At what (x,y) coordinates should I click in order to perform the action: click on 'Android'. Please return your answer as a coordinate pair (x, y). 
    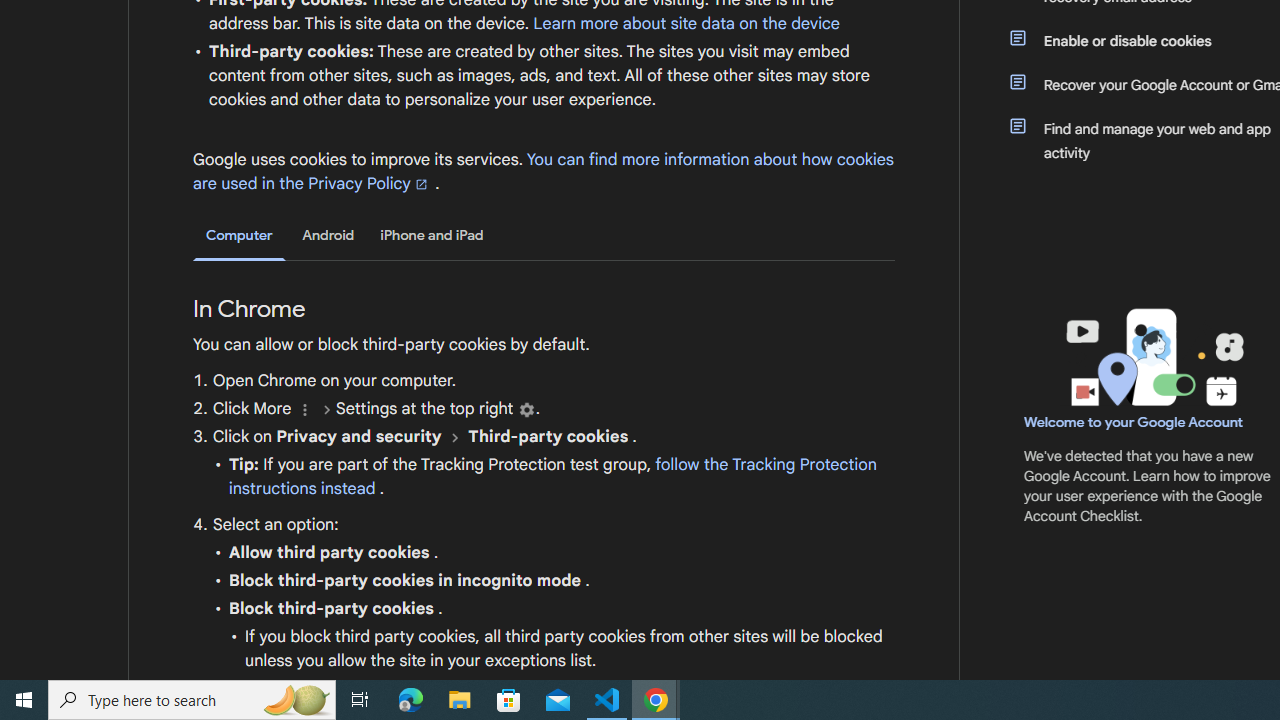
    Looking at the image, I should click on (328, 234).